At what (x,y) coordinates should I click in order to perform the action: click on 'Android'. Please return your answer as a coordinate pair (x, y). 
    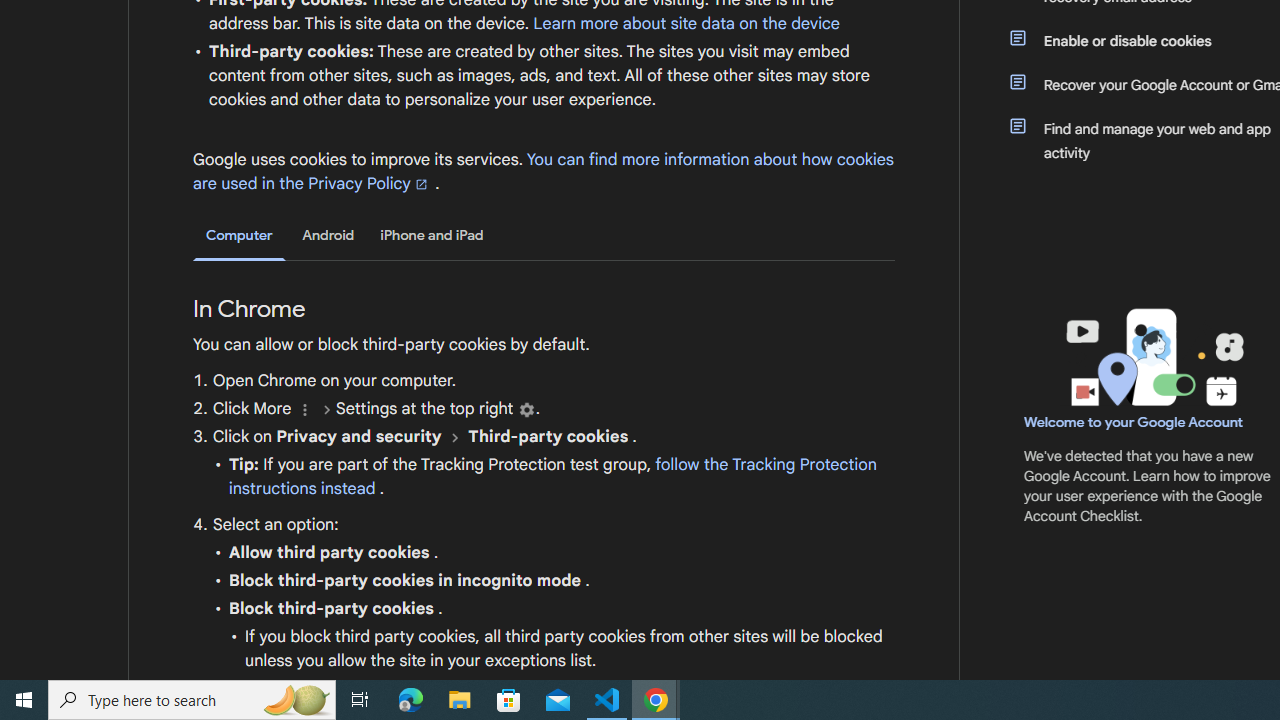
    Looking at the image, I should click on (328, 234).